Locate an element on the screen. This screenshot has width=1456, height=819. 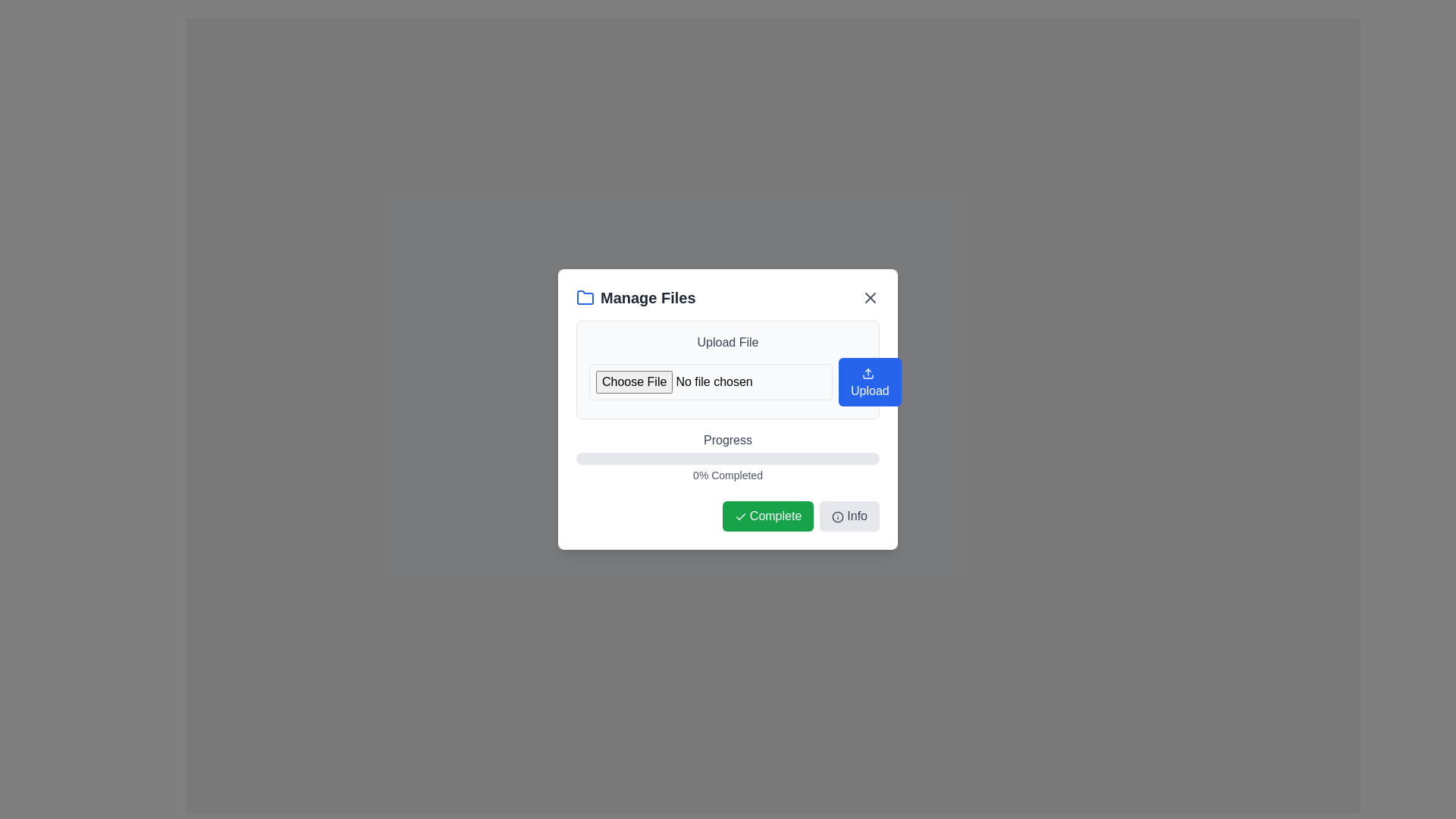
the text label indicating the functionality of the modal related to managing files, which is positioned to the right of a folder icon in the upper section of the modal window is located at coordinates (648, 298).